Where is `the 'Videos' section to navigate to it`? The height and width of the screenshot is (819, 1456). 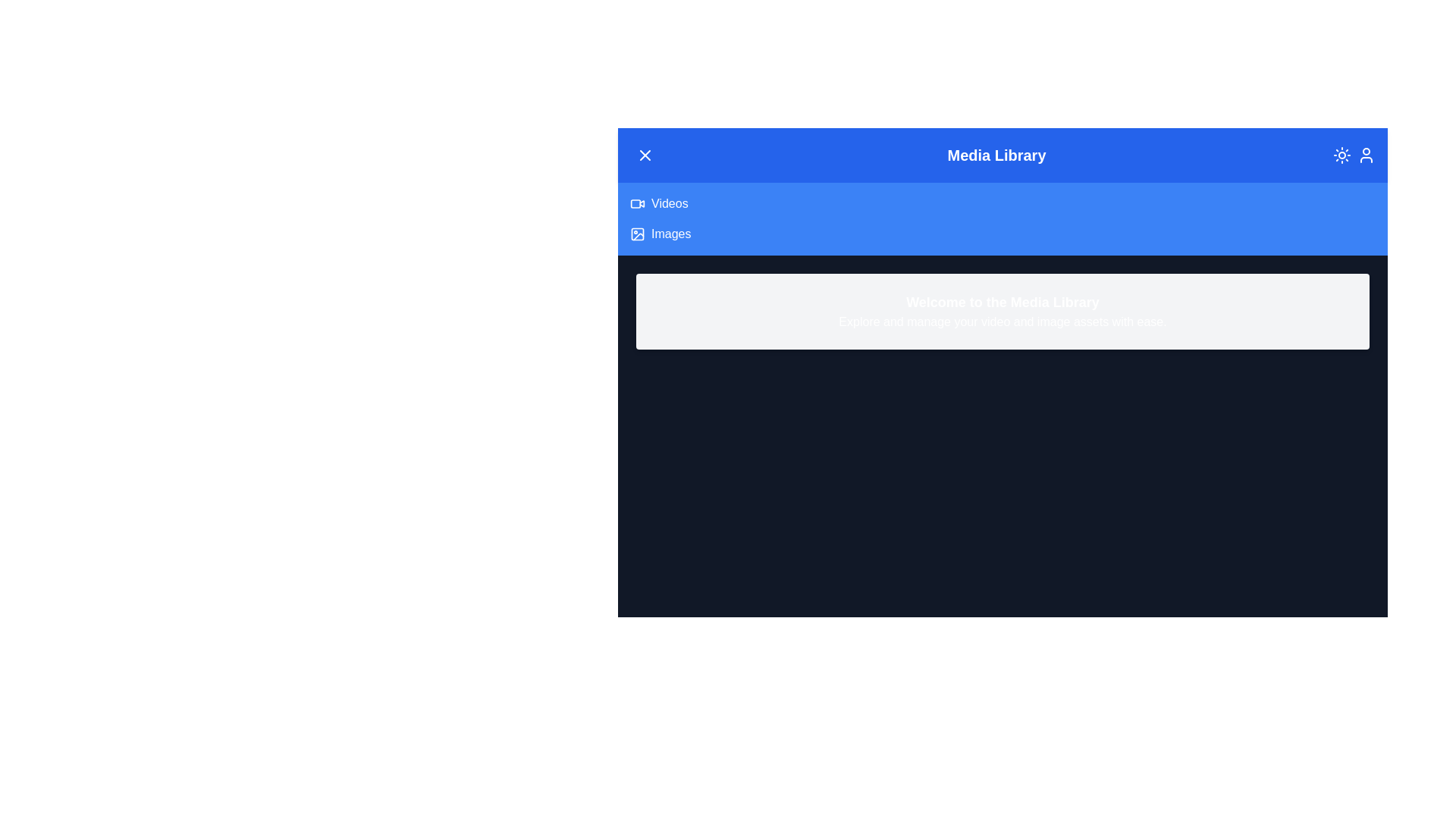
the 'Videos' section to navigate to it is located at coordinates (669, 203).